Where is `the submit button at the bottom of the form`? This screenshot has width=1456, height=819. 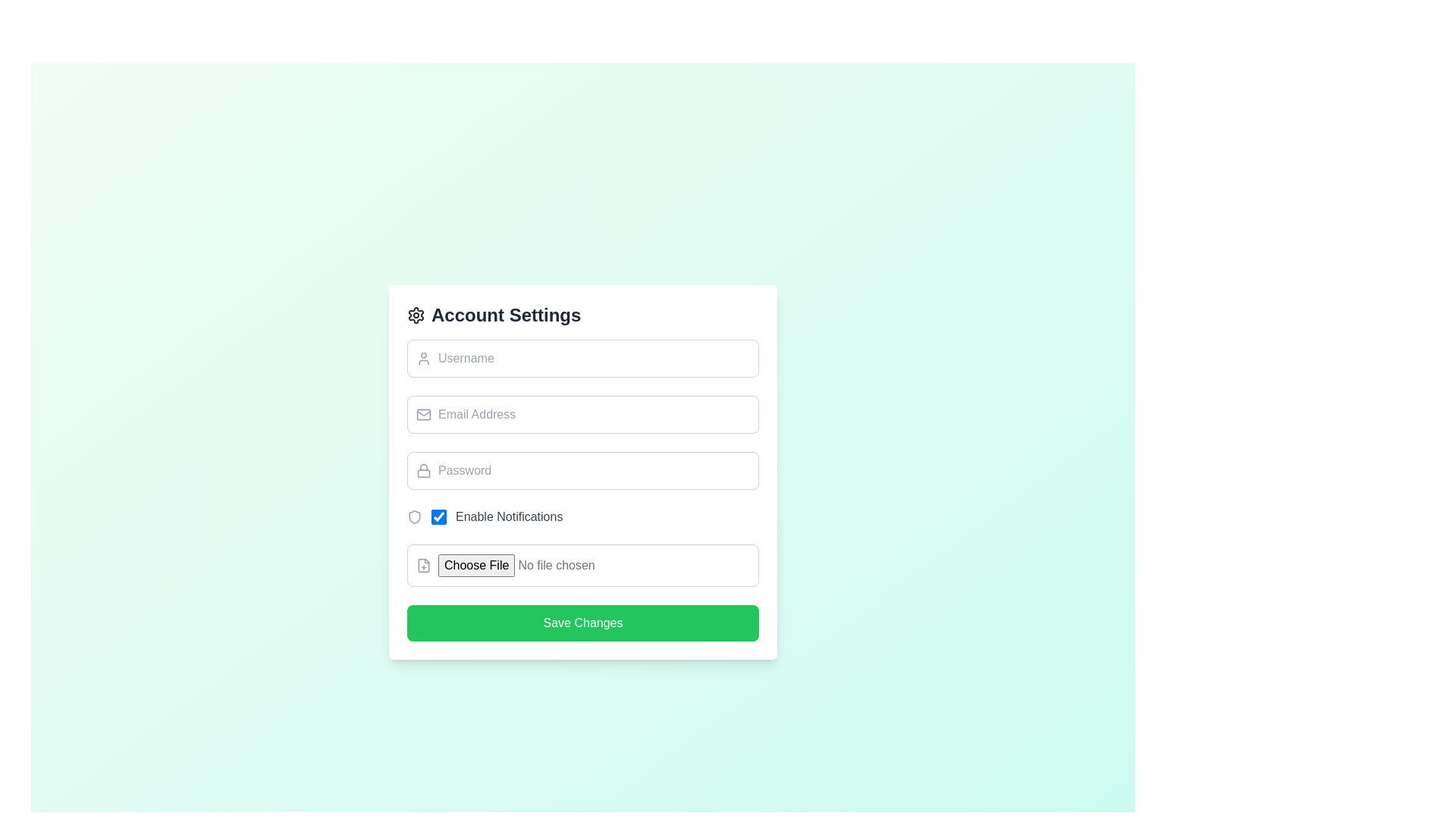 the submit button at the bottom of the form is located at coordinates (582, 623).